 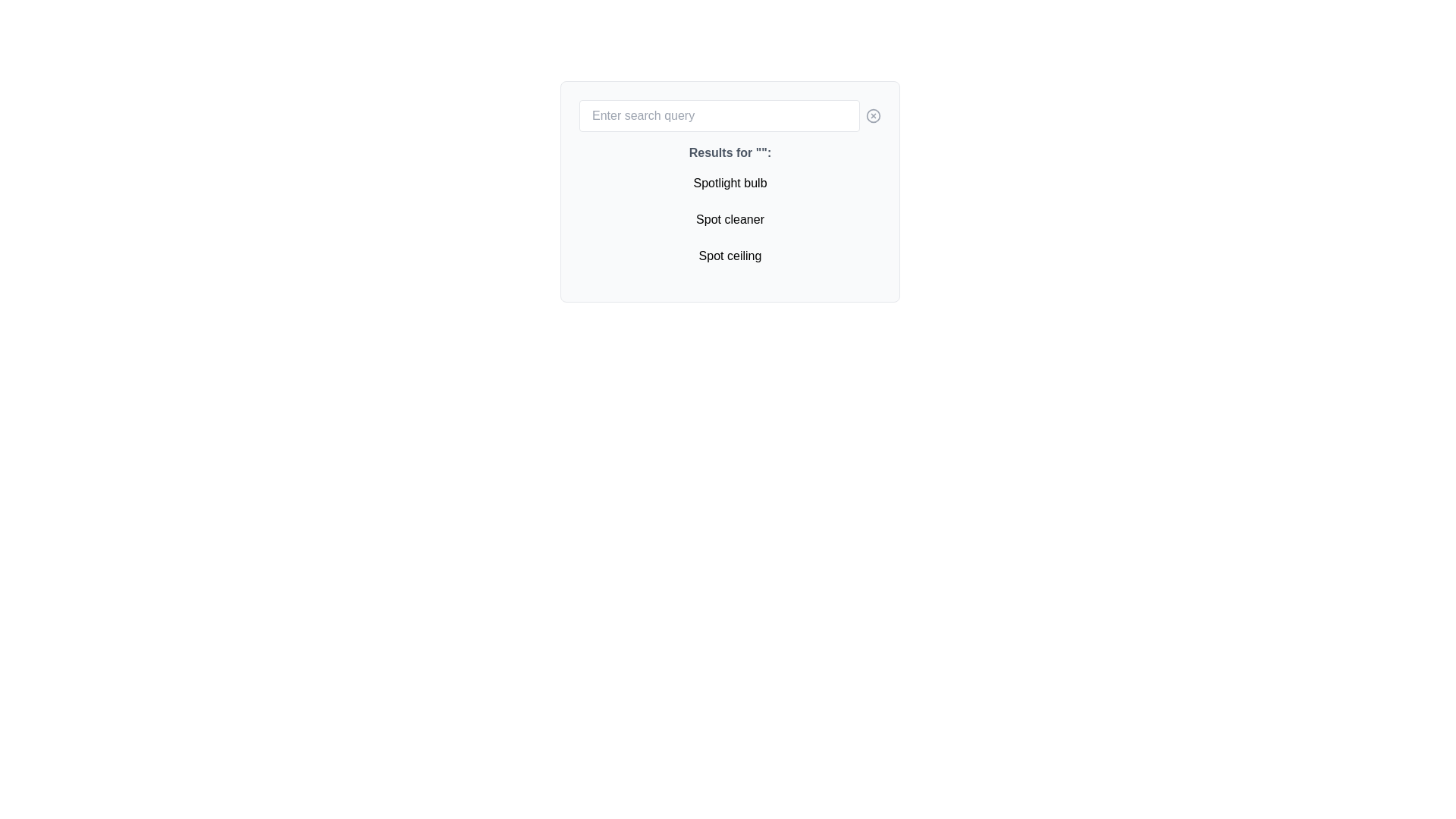 I want to click on the button located to the right of the text input field to clear the user's input, so click(x=874, y=115).